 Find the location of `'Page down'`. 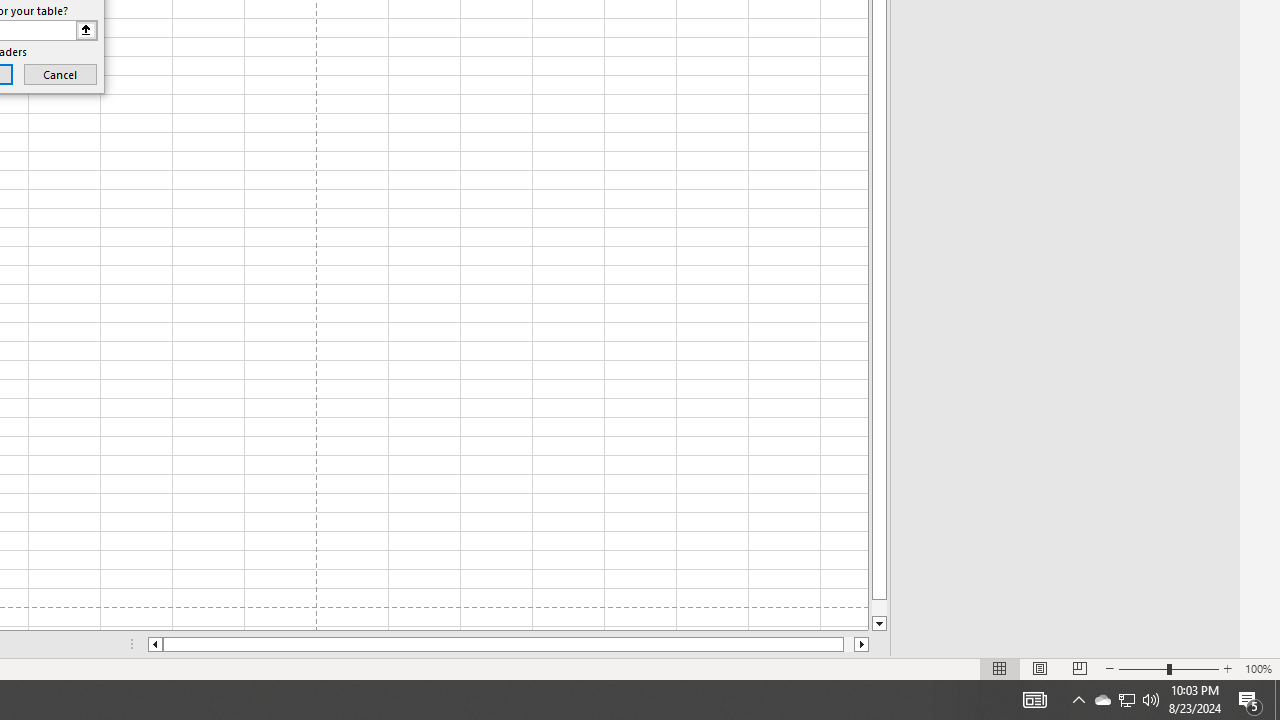

'Page down' is located at coordinates (879, 607).